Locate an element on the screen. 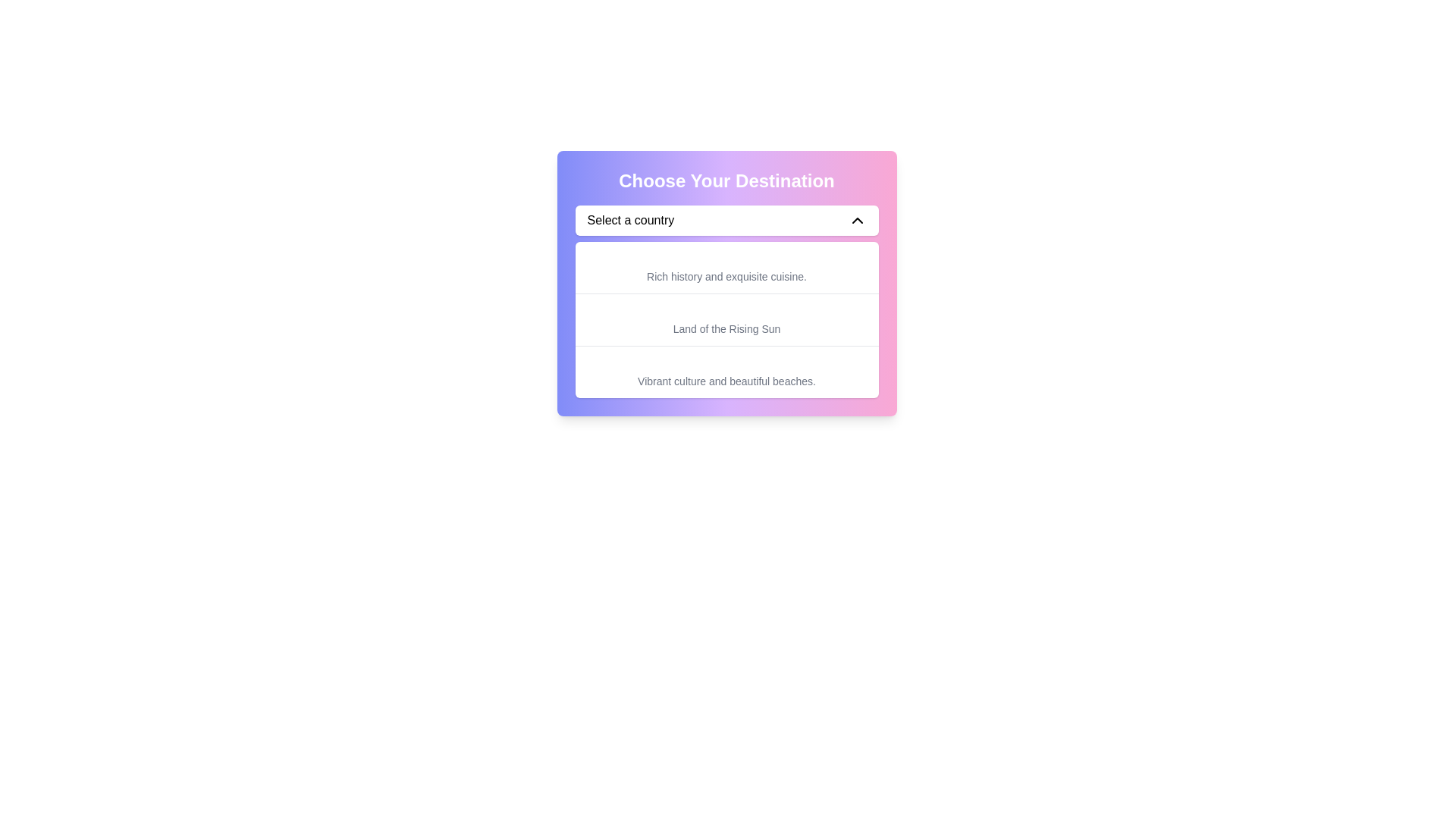  the text label that provides additional information related to the title 'France', located in the second row of a vertical list of options is located at coordinates (726, 267).